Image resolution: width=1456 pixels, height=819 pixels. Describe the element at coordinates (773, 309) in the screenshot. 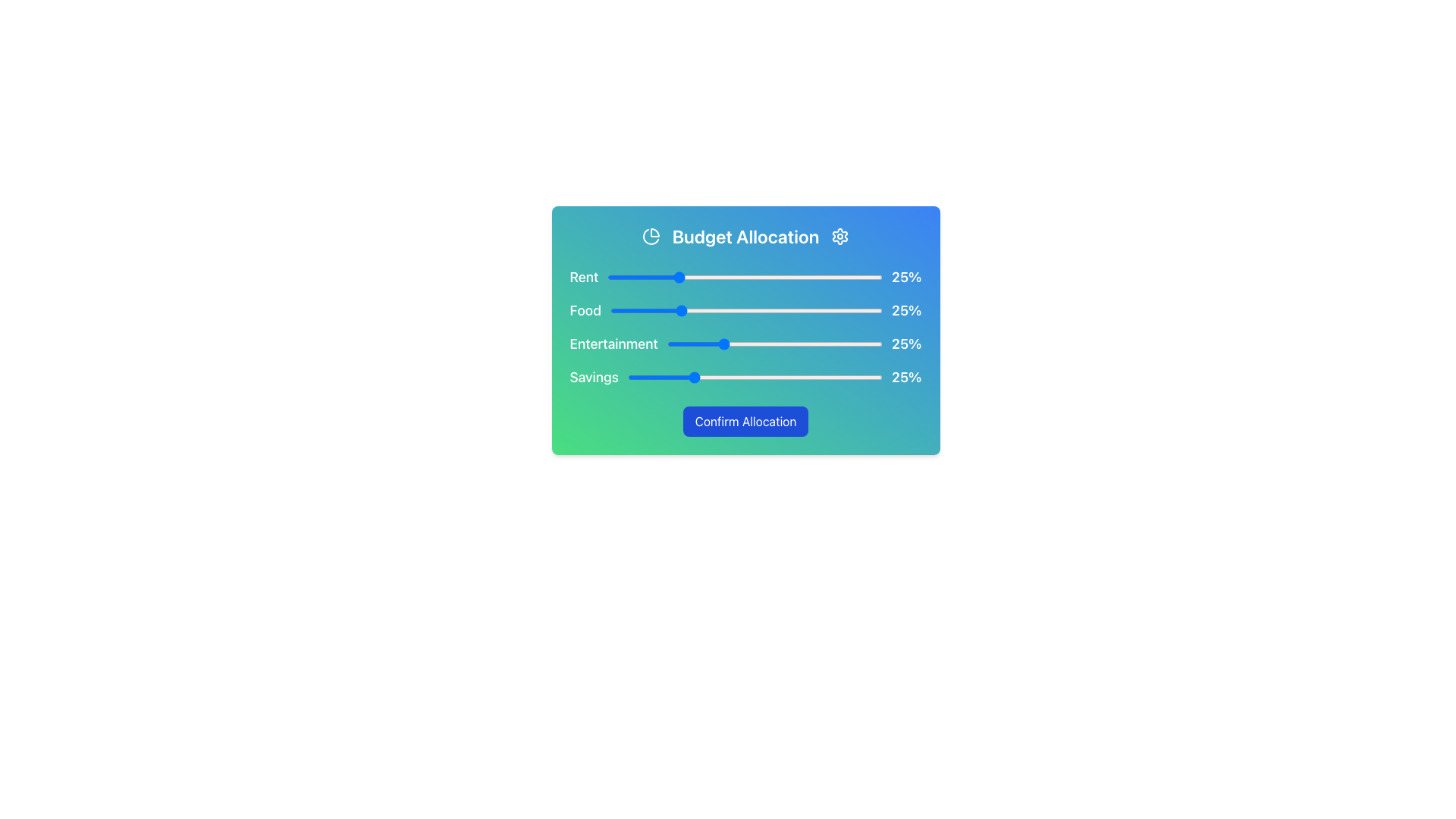

I see `the slider` at that location.